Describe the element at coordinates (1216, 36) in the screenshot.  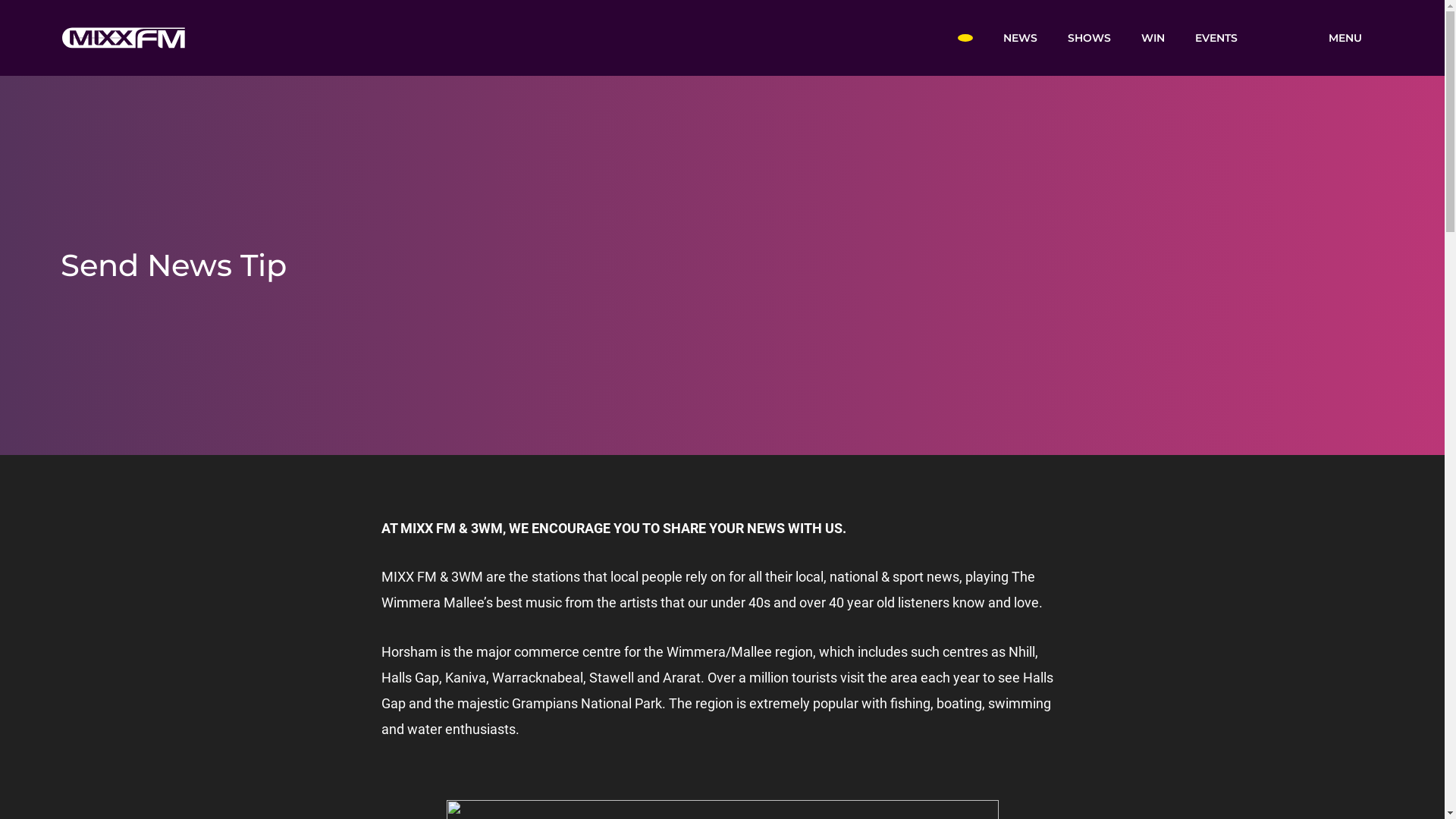
I see `'EVENTS'` at that location.